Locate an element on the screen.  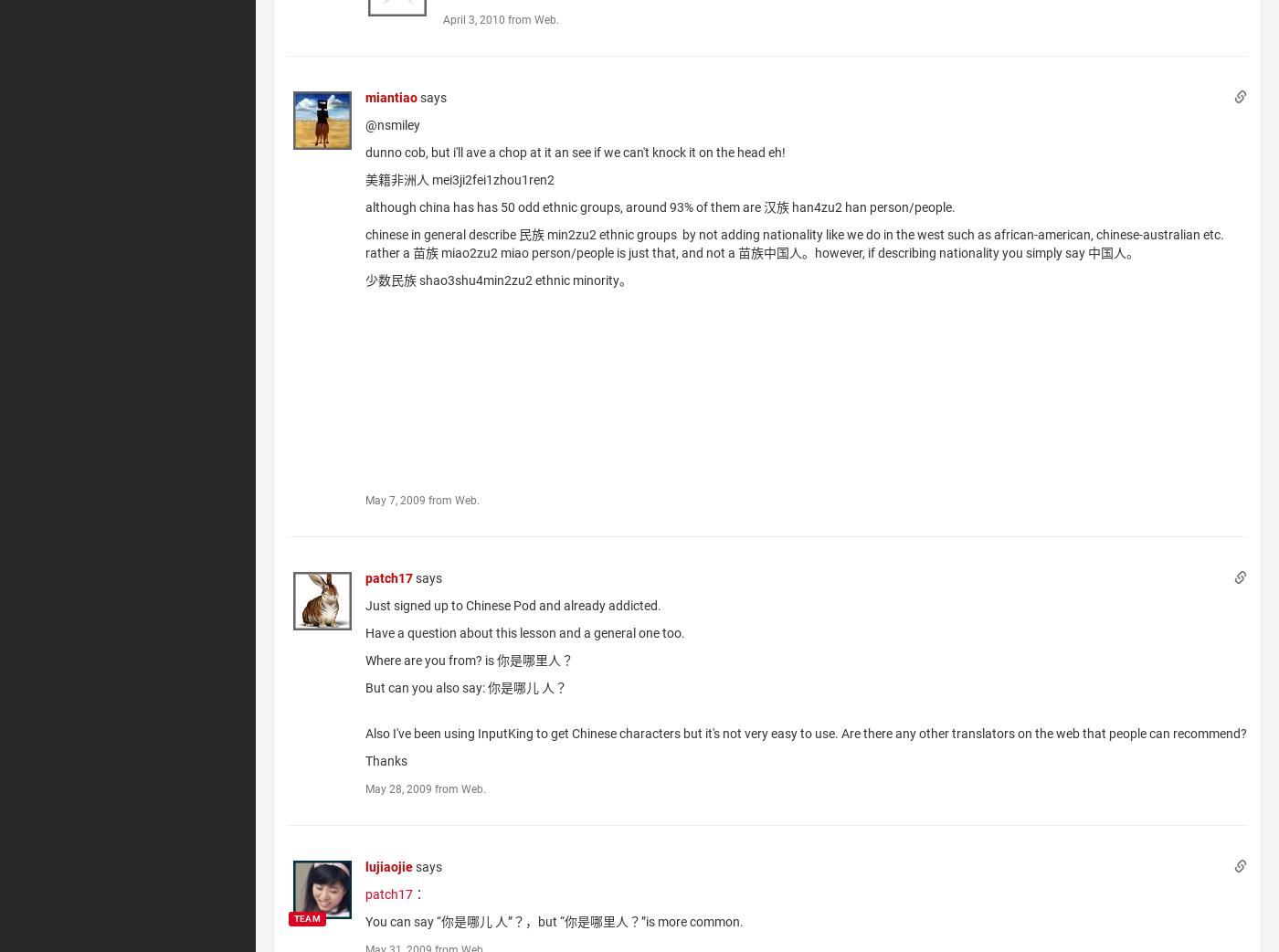
'April 3, 2010 from  Web.' is located at coordinates (501, 18).